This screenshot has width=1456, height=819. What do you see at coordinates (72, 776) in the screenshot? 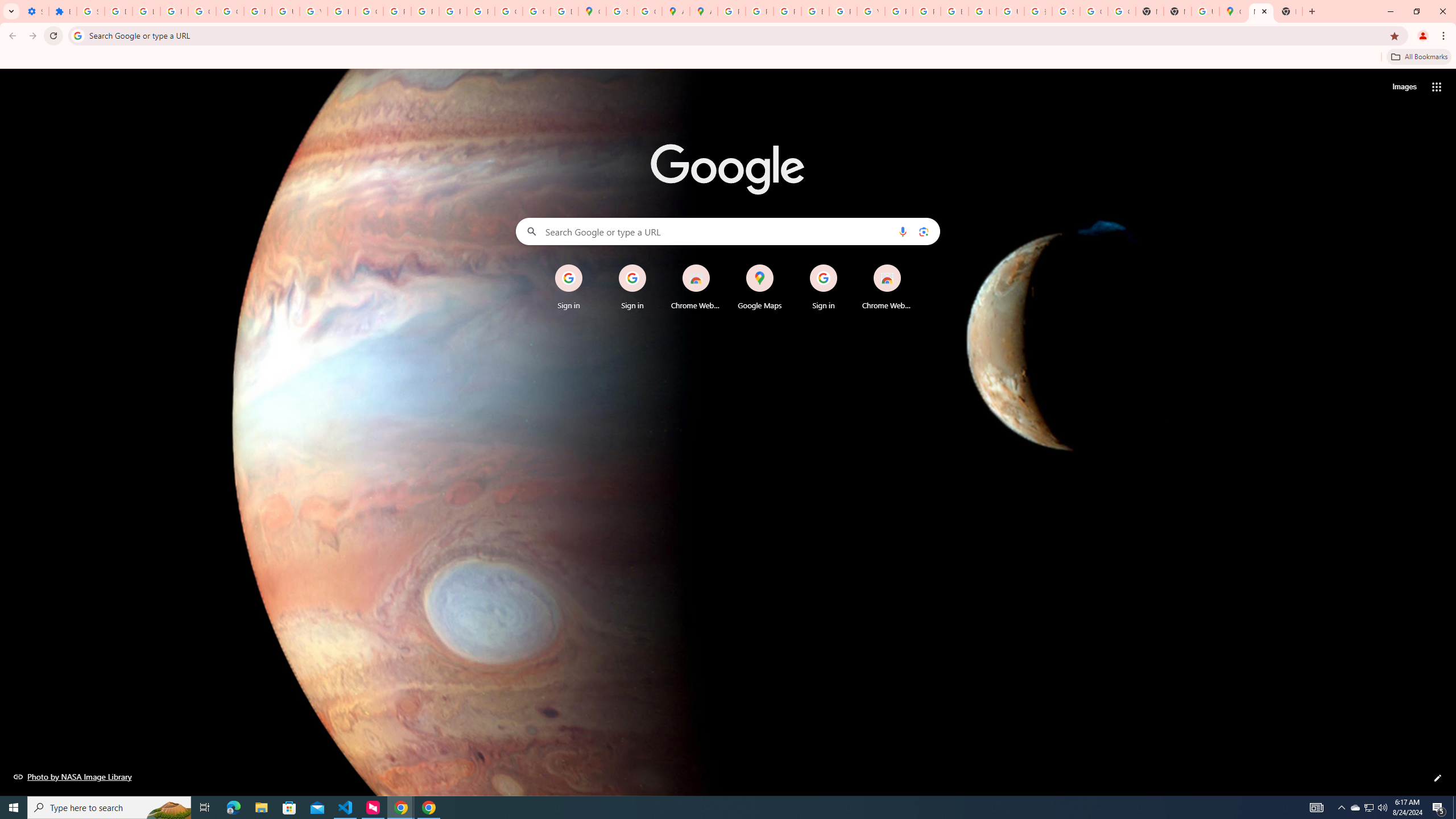
I see `'Photo by NASA Image Library'` at bounding box center [72, 776].